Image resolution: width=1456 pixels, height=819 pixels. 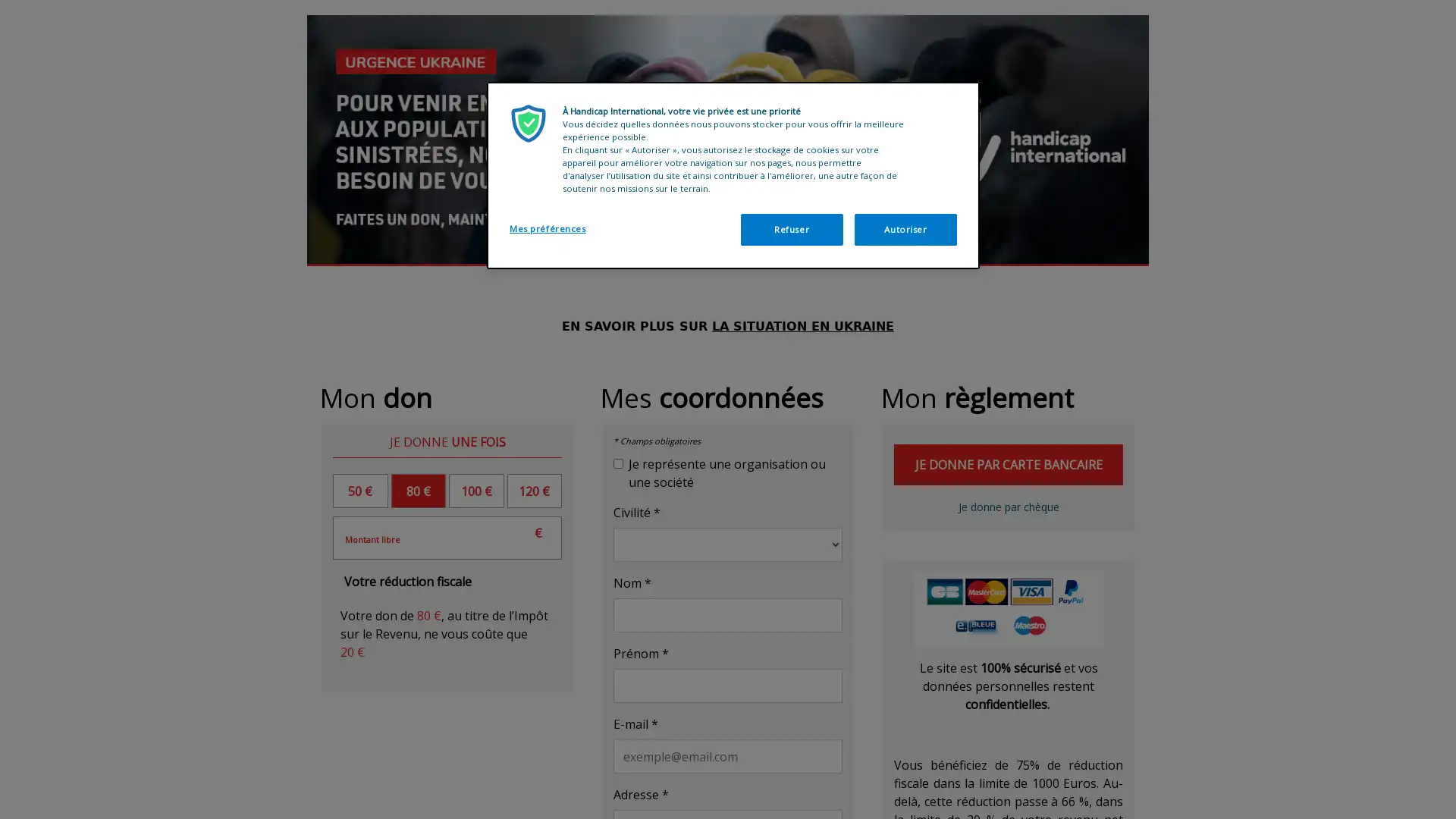 What do you see at coordinates (790, 230) in the screenshot?
I see `Refuser` at bounding box center [790, 230].